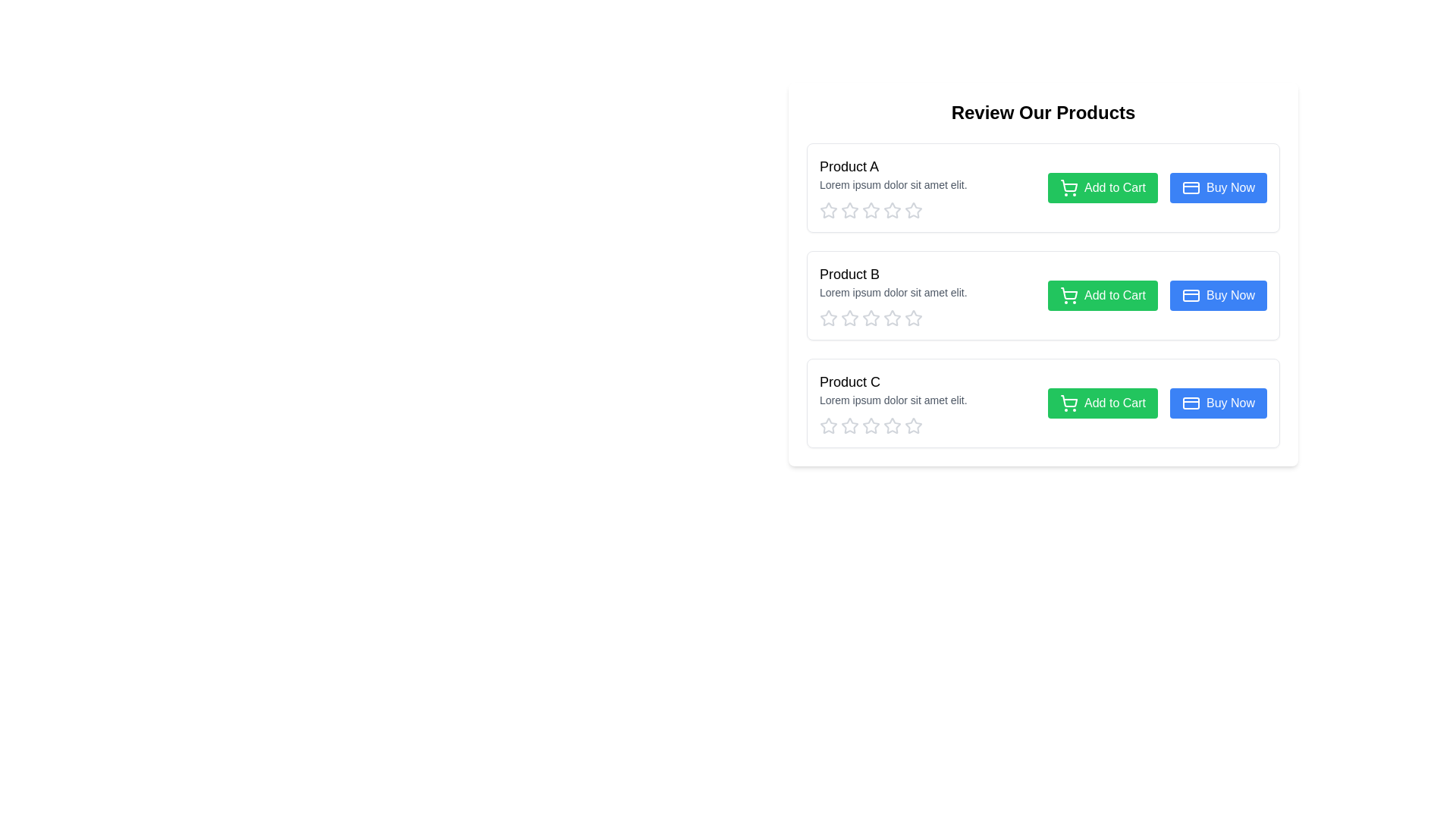 The image size is (1456, 819). What do you see at coordinates (1068, 187) in the screenshot?
I see `the small green shopping cart icon located to the left of the 'Add to Cart' button to initiate the add-to-cart action` at bounding box center [1068, 187].